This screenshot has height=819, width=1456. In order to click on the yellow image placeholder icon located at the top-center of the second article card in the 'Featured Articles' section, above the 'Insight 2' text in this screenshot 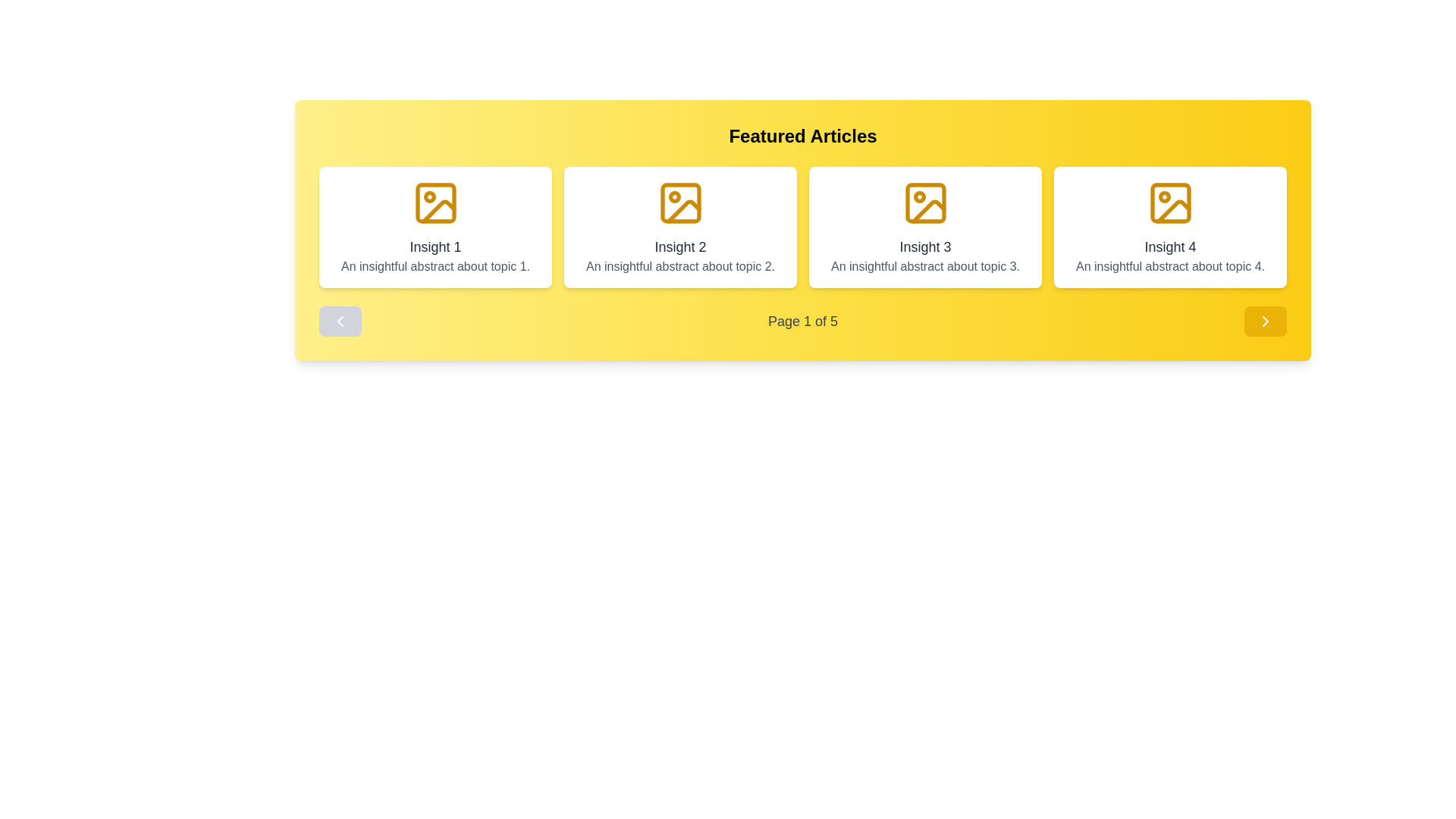, I will do `click(679, 202)`.